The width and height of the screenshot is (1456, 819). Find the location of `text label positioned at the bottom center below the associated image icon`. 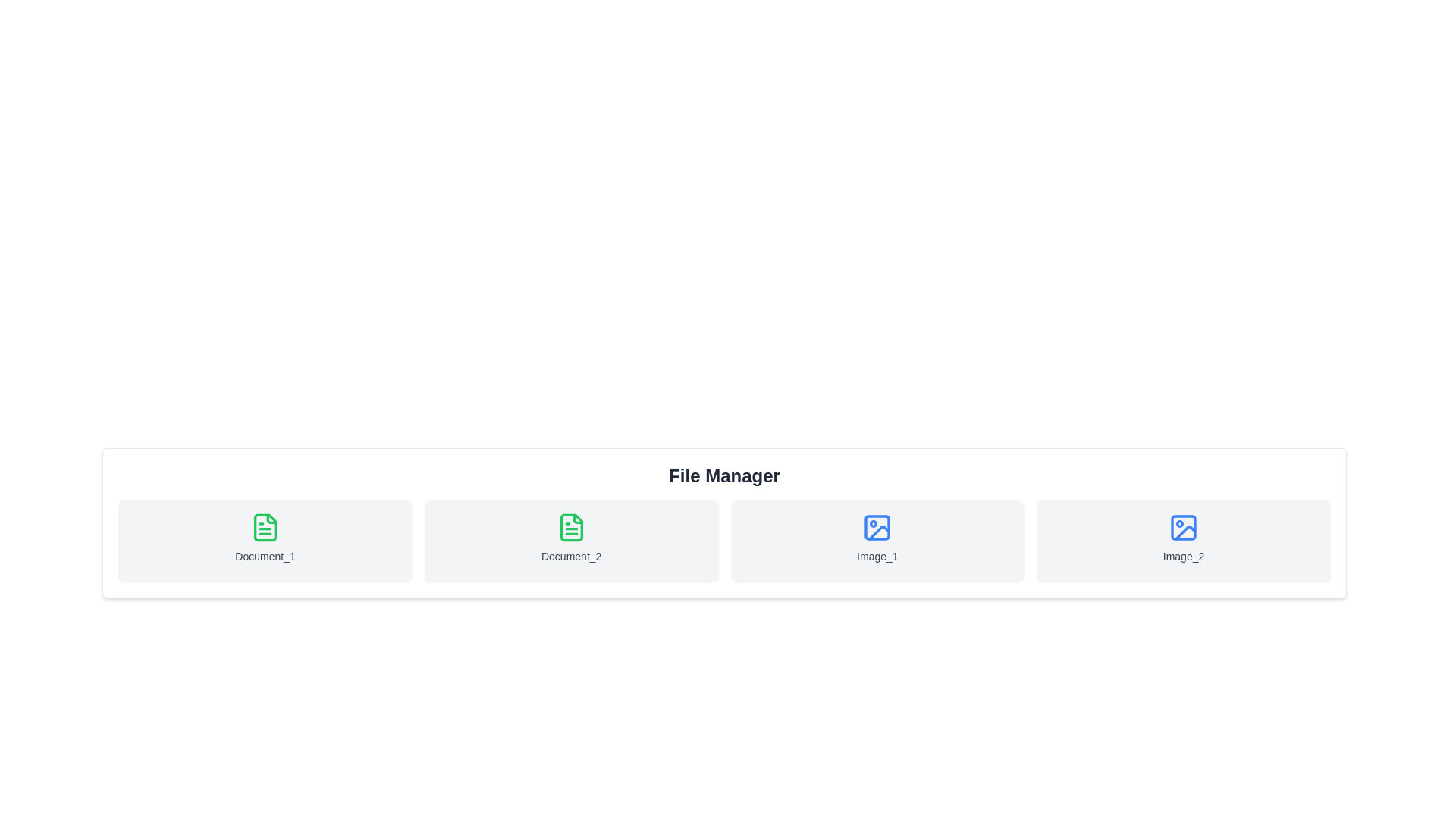

text label positioned at the bottom center below the associated image icon is located at coordinates (877, 556).